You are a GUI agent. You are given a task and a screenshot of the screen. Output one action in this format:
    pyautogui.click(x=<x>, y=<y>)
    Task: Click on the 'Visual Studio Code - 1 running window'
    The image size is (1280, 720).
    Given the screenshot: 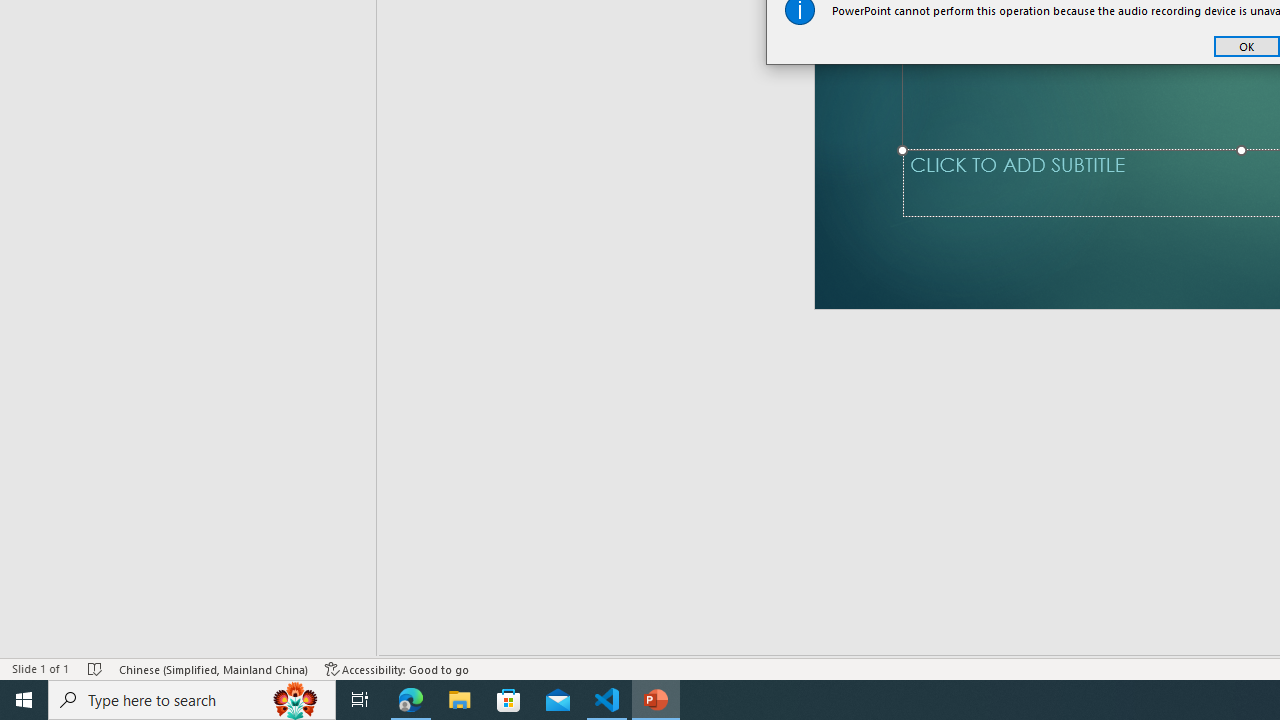 What is the action you would take?
    pyautogui.click(x=606, y=698)
    